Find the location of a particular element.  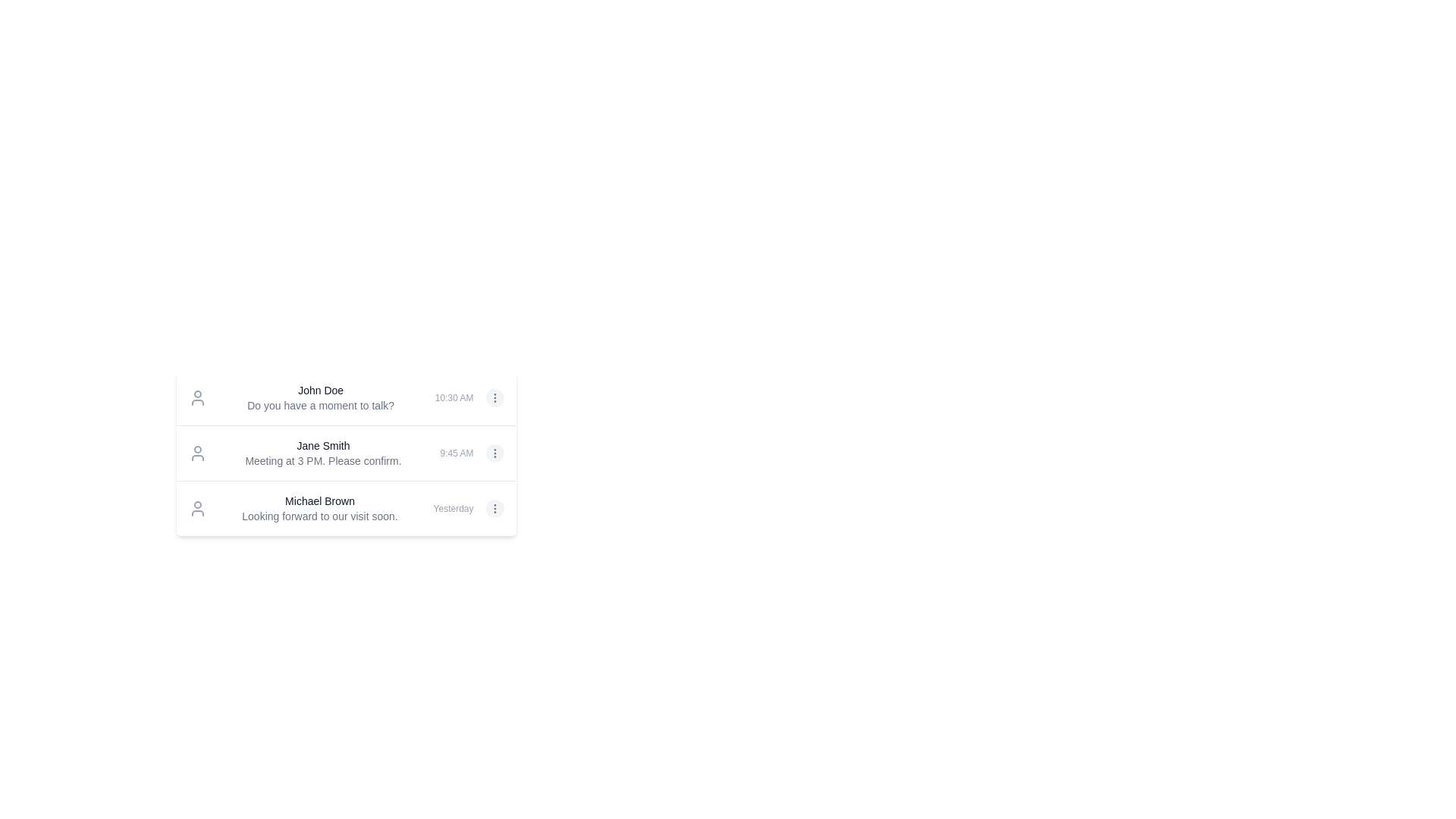

the small text label displaying 'Yesterday' in gray color, positioned to the far right of the row adjacent to the clickable icon is located at coordinates (453, 509).